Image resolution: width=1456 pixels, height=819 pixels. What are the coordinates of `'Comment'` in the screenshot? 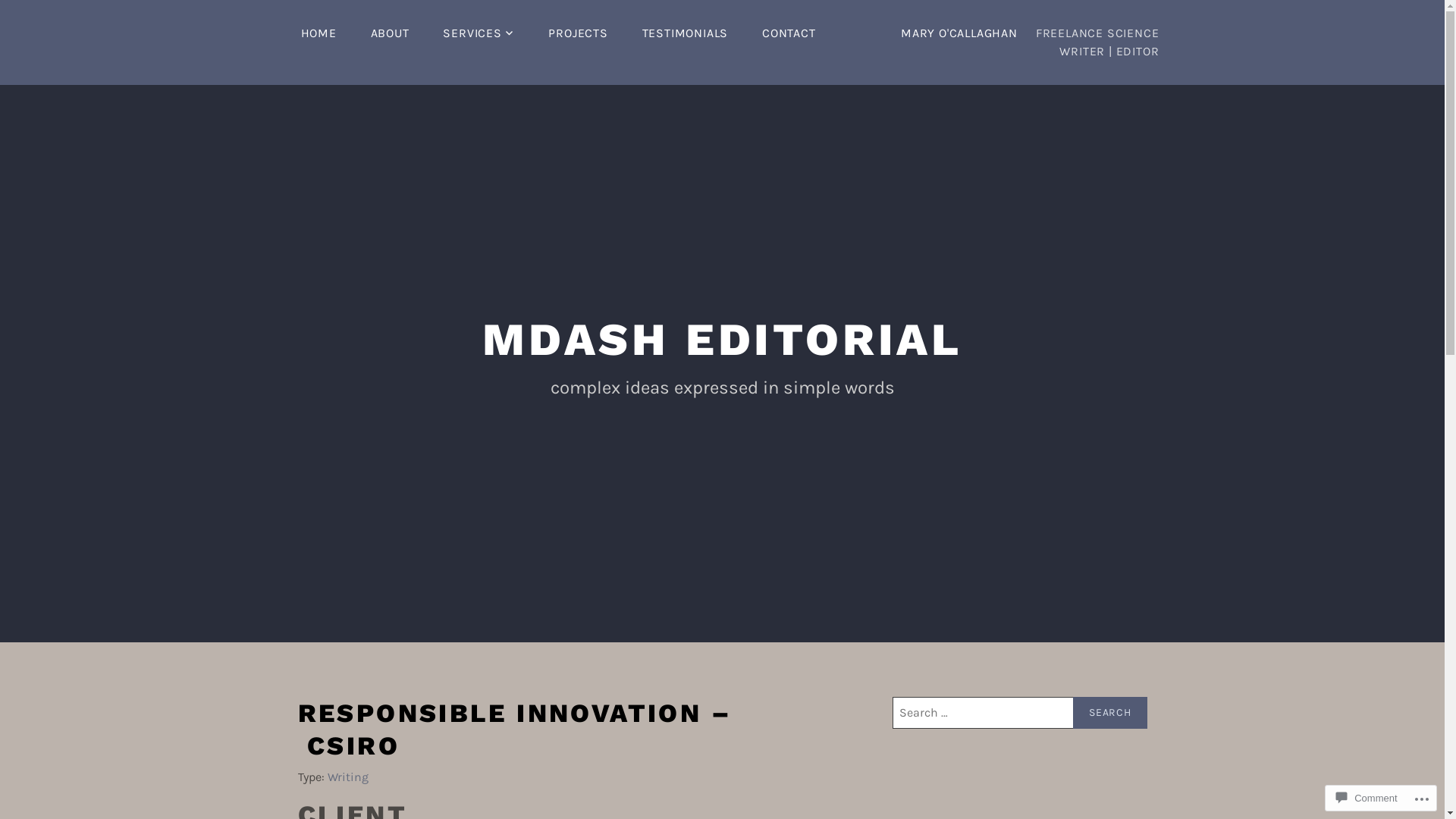 It's located at (1366, 797).